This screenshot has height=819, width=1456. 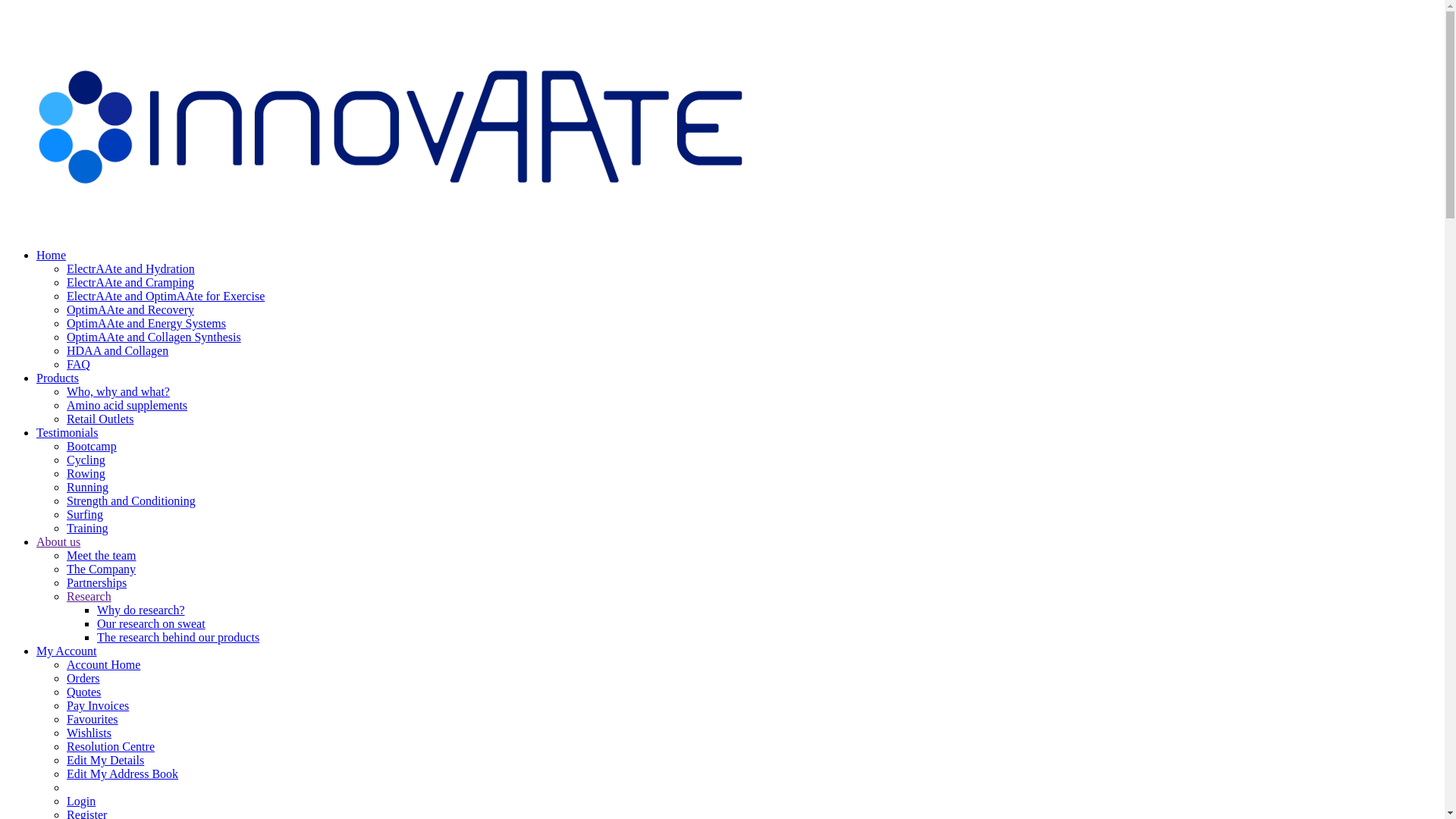 What do you see at coordinates (77, 364) in the screenshot?
I see `'FAQ'` at bounding box center [77, 364].